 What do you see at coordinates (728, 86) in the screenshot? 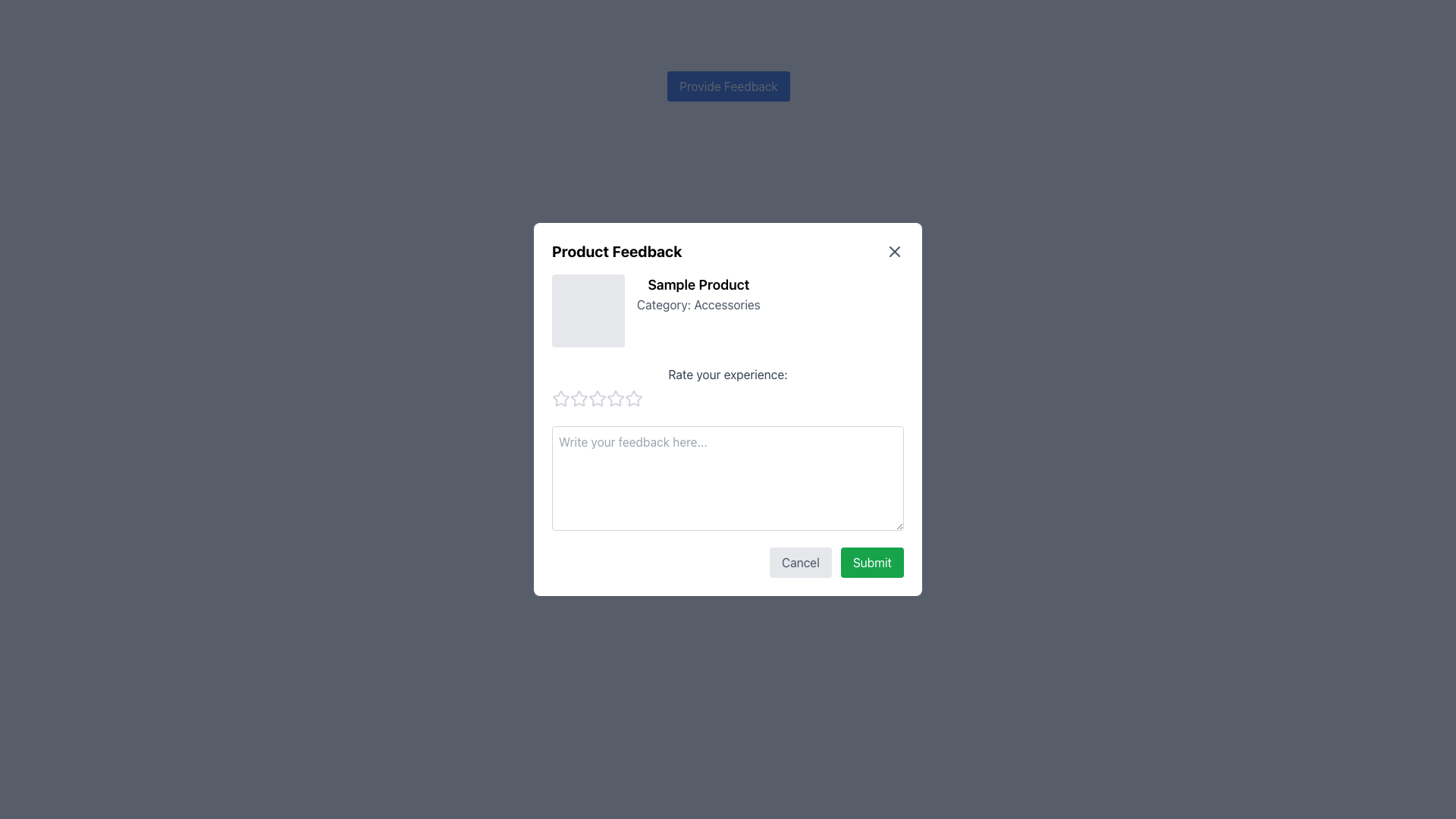
I see `the feedback button located at the top portion of the interface` at bounding box center [728, 86].